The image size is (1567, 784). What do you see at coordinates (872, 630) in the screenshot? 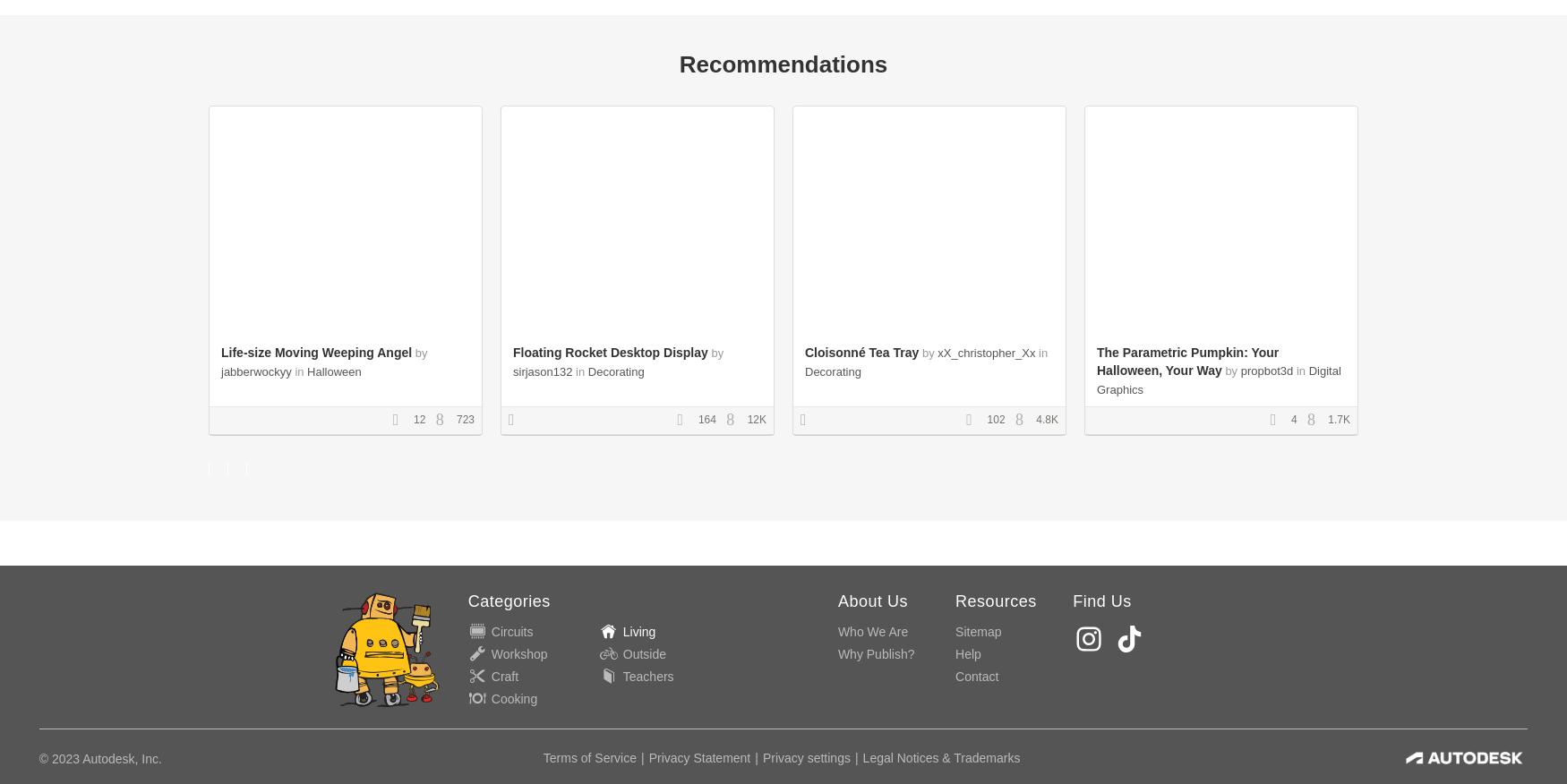
I see `'Who We Are'` at bounding box center [872, 630].